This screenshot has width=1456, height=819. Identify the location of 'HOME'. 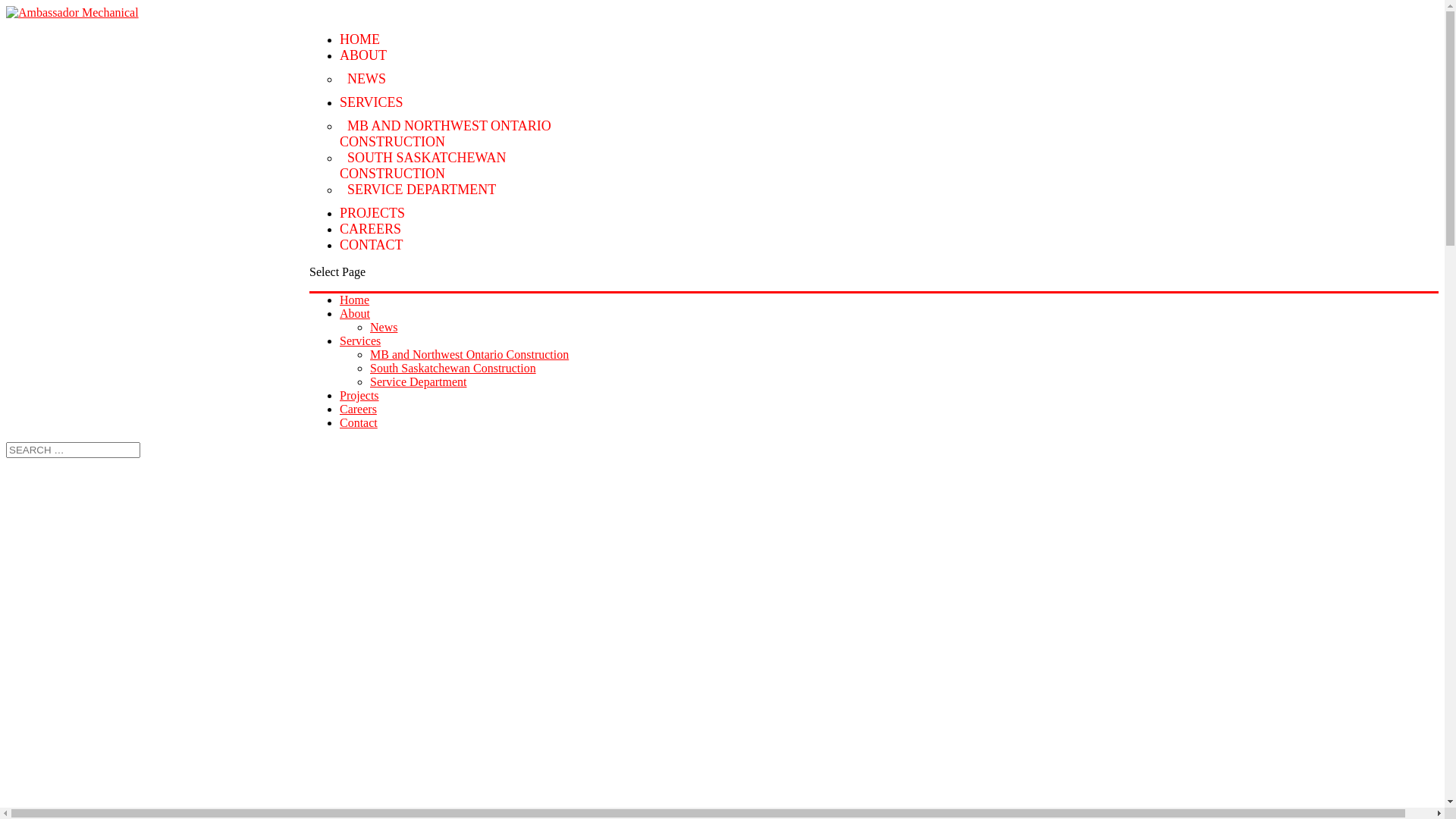
(359, 38).